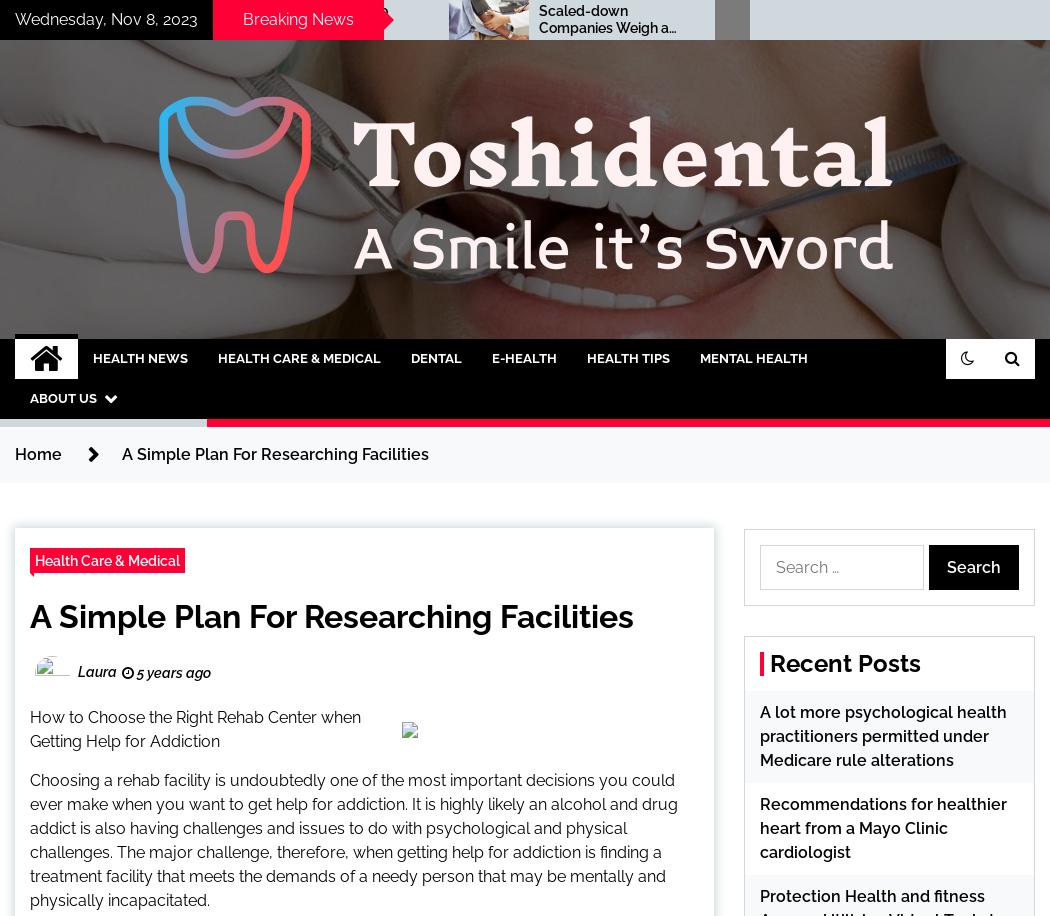 This screenshot has width=1050, height=916. Describe the element at coordinates (877, 60) in the screenshot. I see `'When is the most effective time to brush enamel? Your early morning plan may possibly be undertaking hurt, dentist suggests'` at that location.